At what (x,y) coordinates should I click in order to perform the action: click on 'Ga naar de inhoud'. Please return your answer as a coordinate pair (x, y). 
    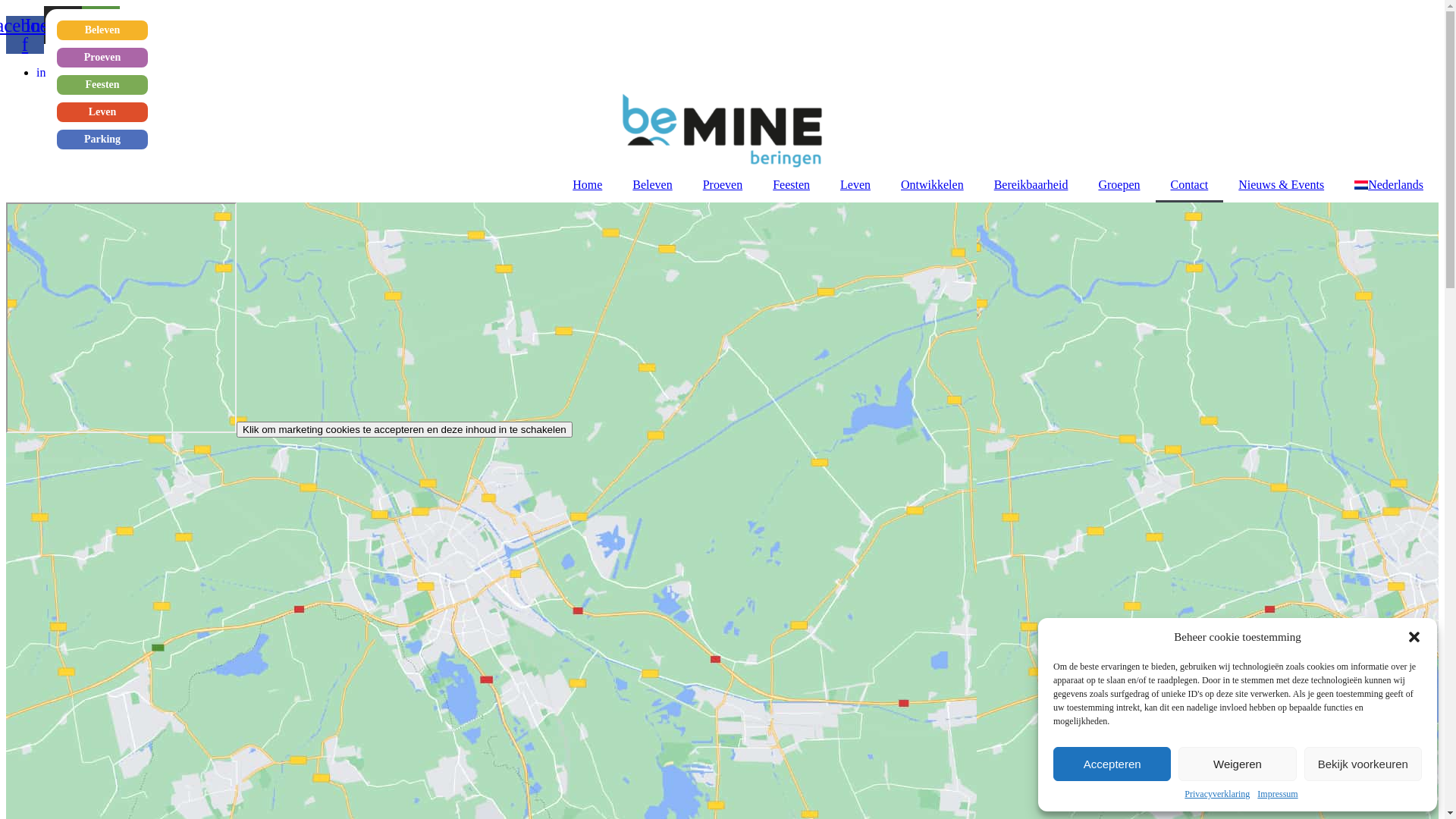
    Looking at the image, I should click on (5, 5).